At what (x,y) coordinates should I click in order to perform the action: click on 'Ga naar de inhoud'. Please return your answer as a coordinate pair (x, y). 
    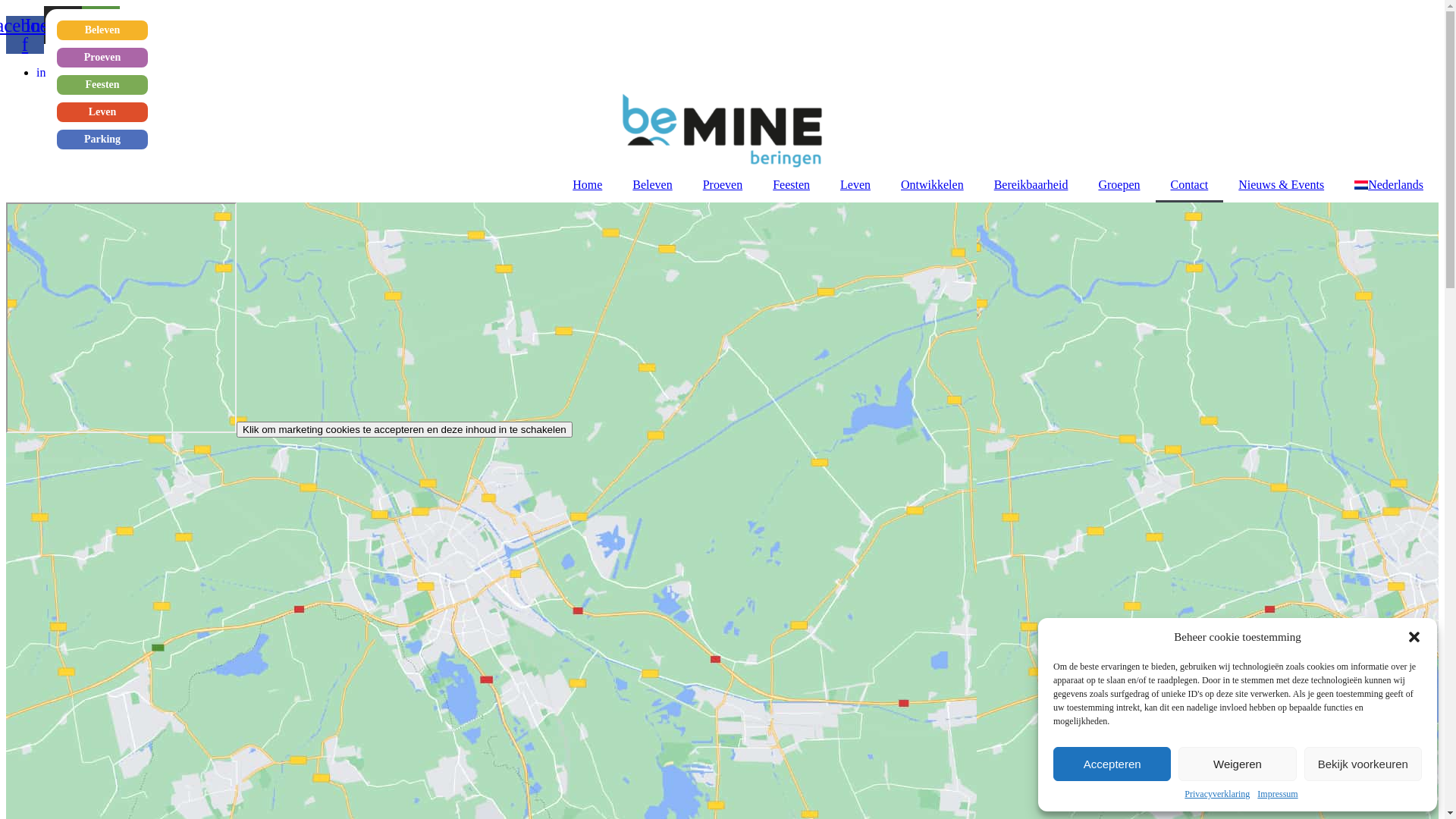
    Looking at the image, I should click on (5, 5).